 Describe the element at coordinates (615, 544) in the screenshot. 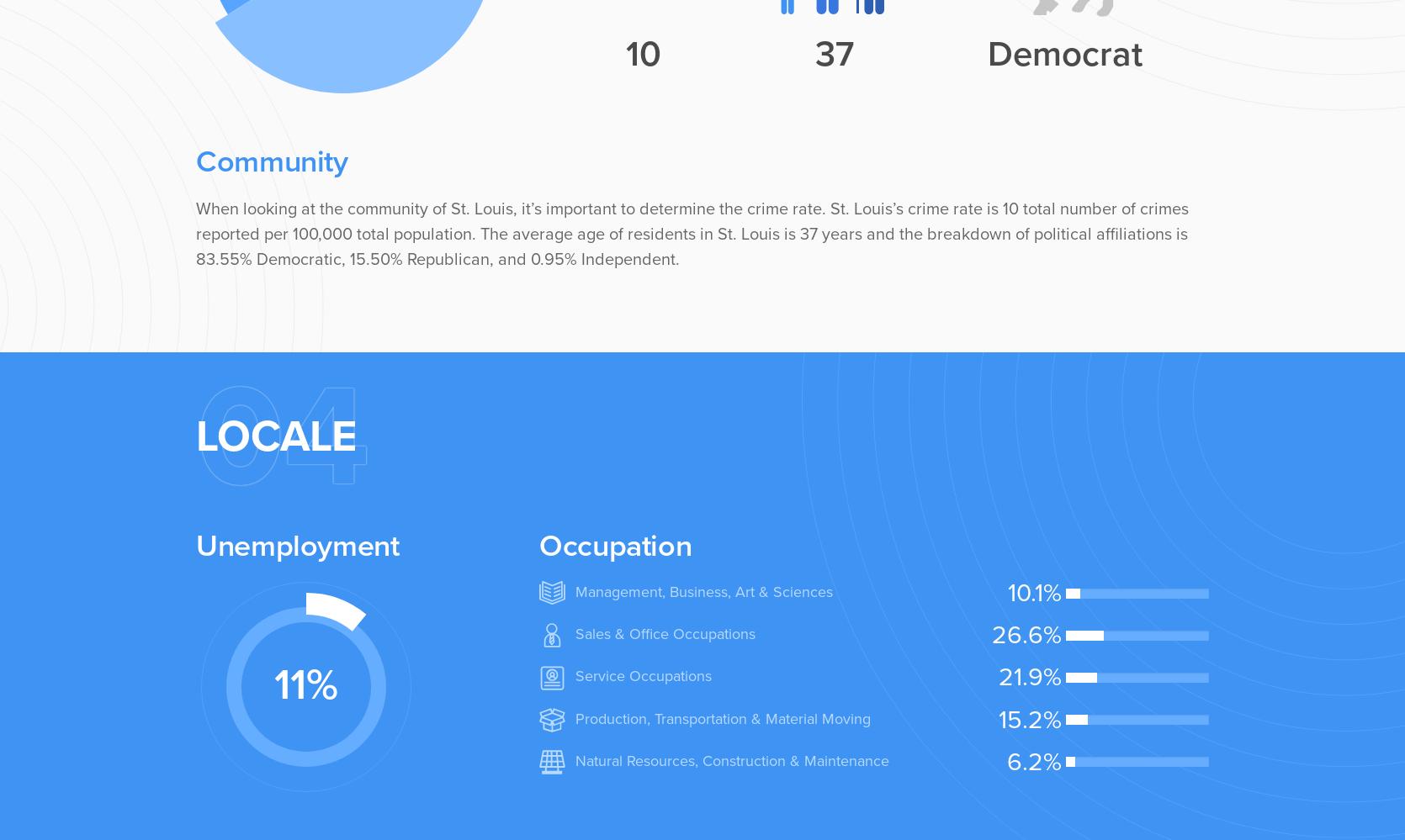

I see `'Occupation'` at that location.